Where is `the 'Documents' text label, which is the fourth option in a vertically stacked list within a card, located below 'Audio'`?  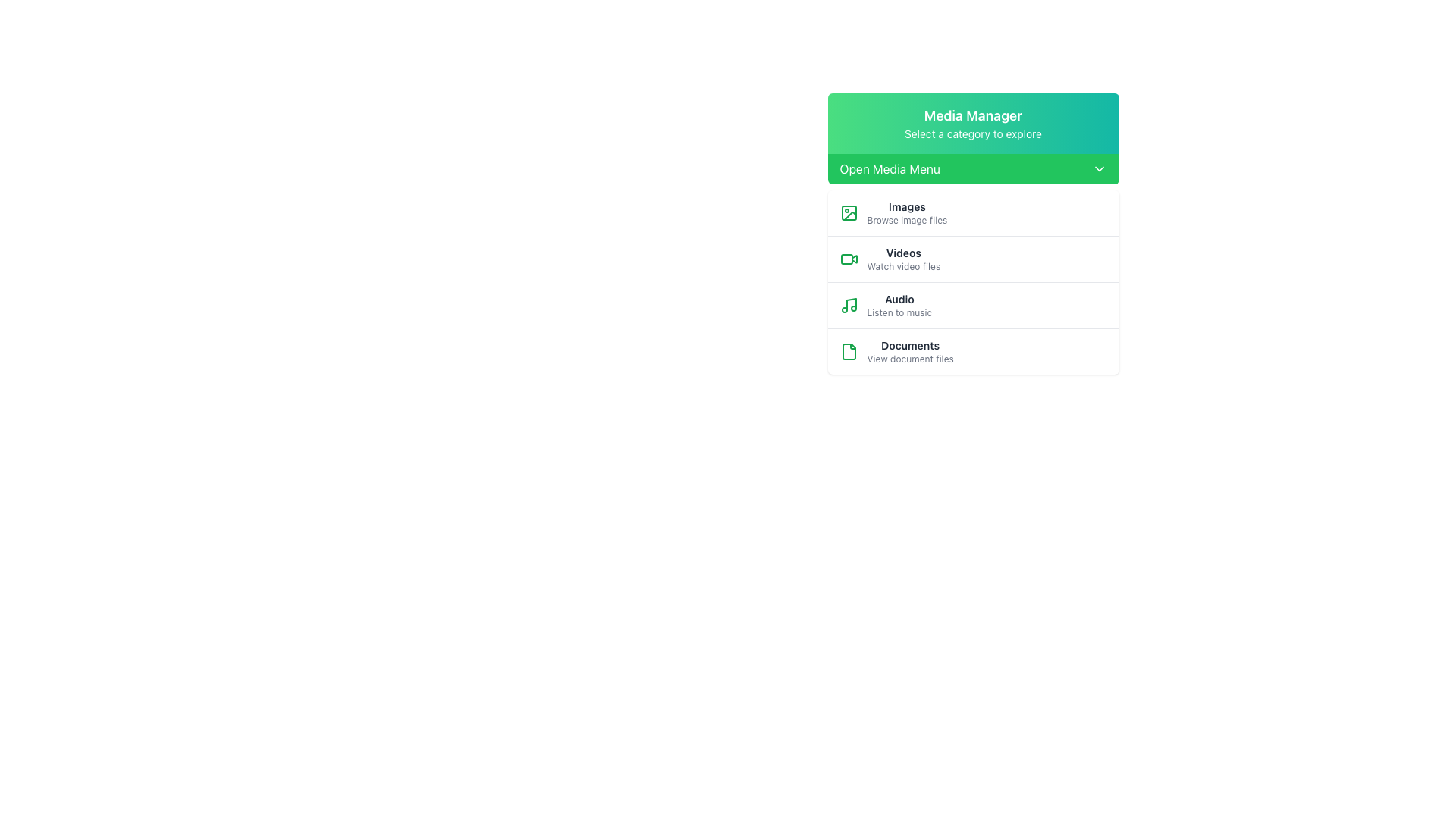
the 'Documents' text label, which is the fourth option in a vertically stacked list within a card, located below 'Audio' is located at coordinates (910, 351).